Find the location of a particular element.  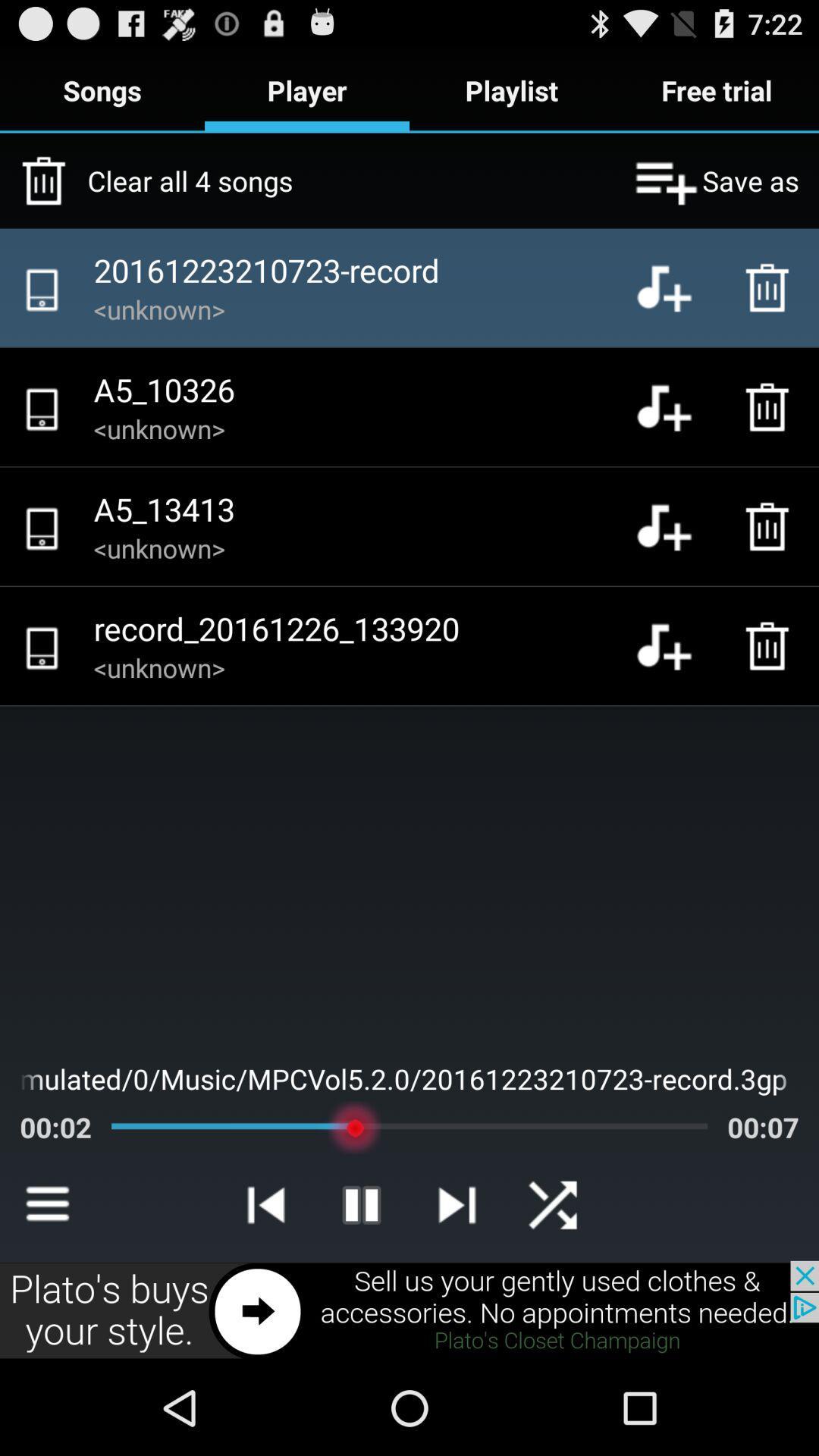

delete button is located at coordinates (771, 645).